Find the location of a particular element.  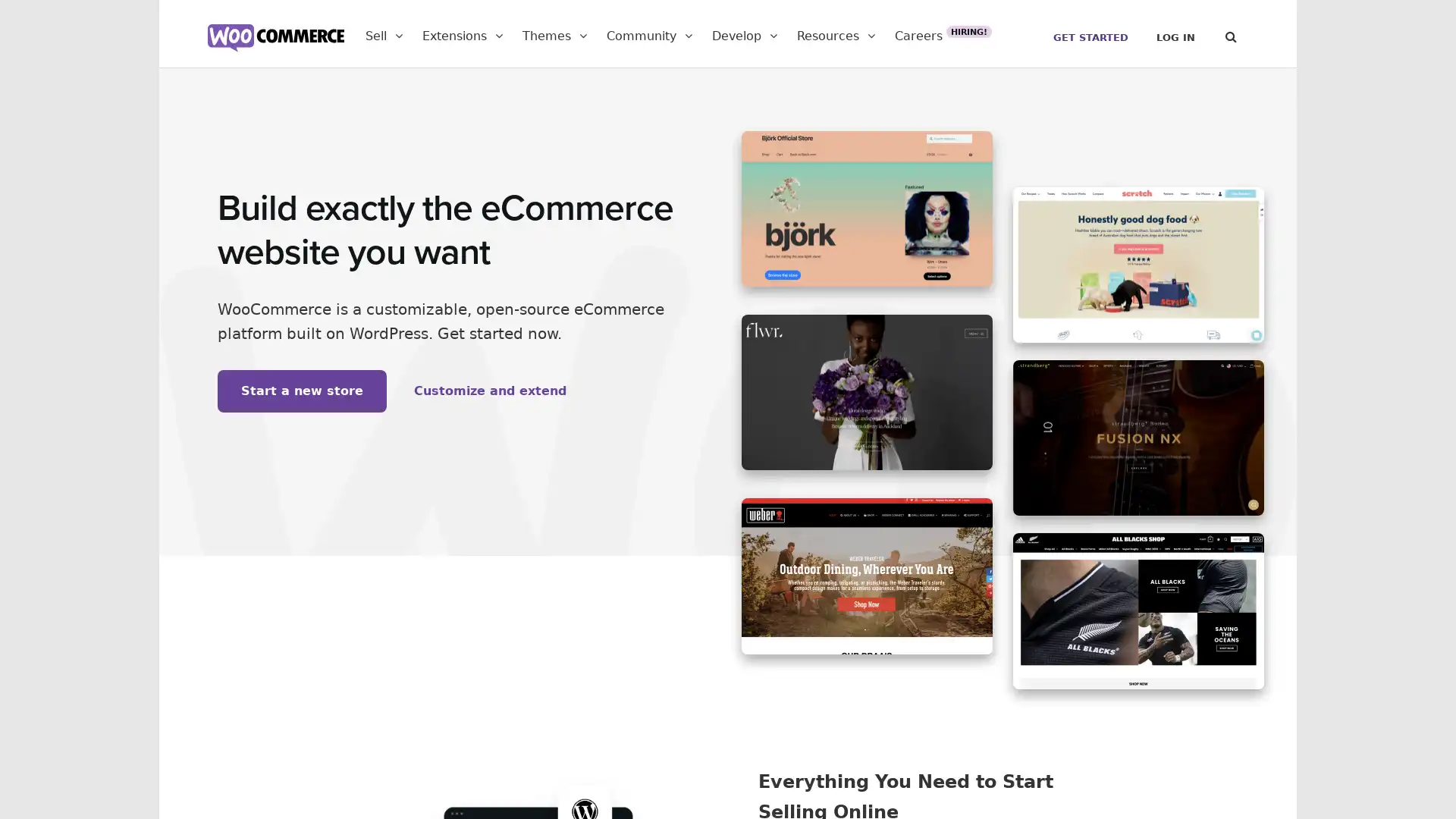

Search is located at coordinates (1231, 36).